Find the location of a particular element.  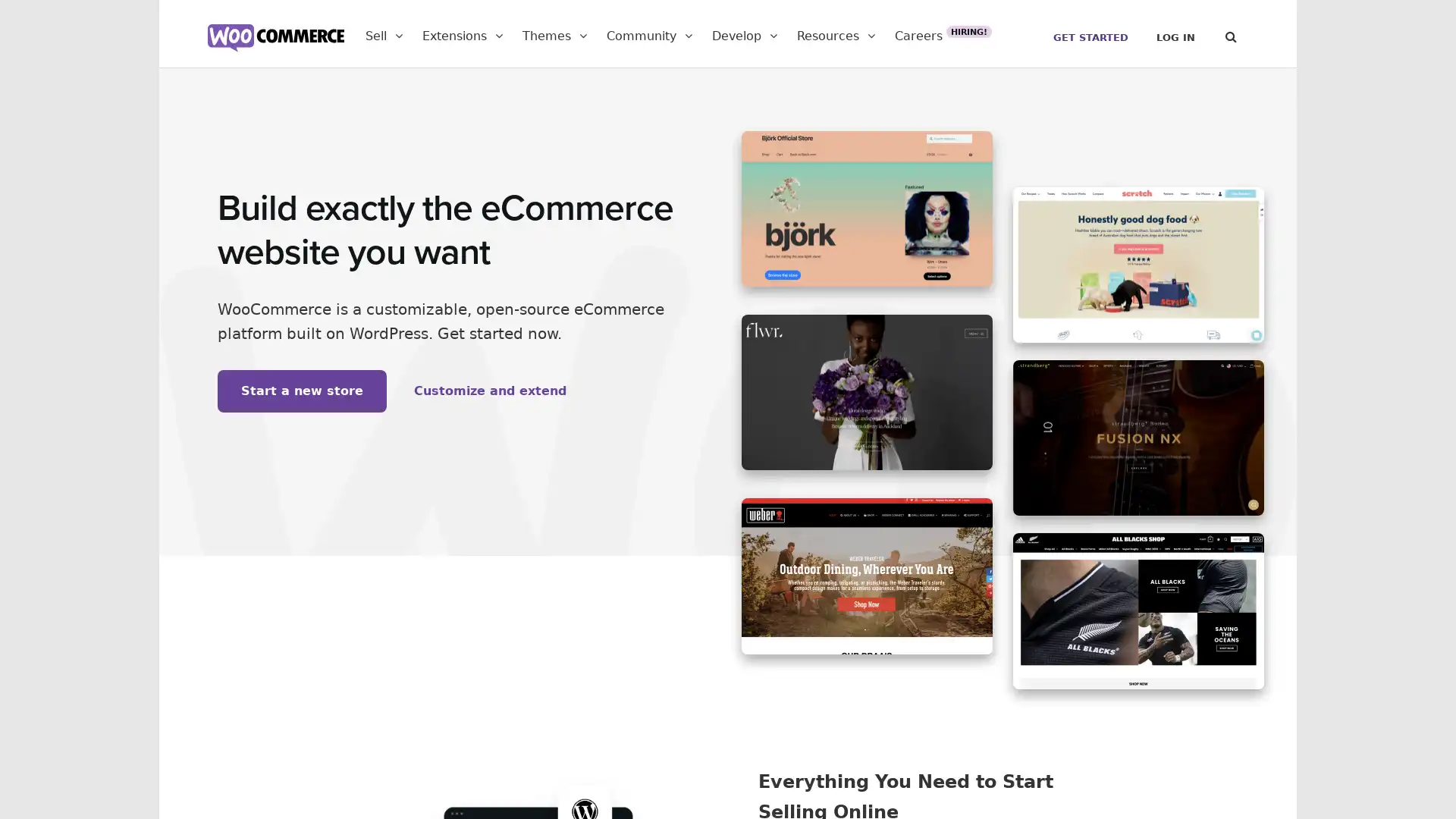

Search is located at coordinates (1231, 36).